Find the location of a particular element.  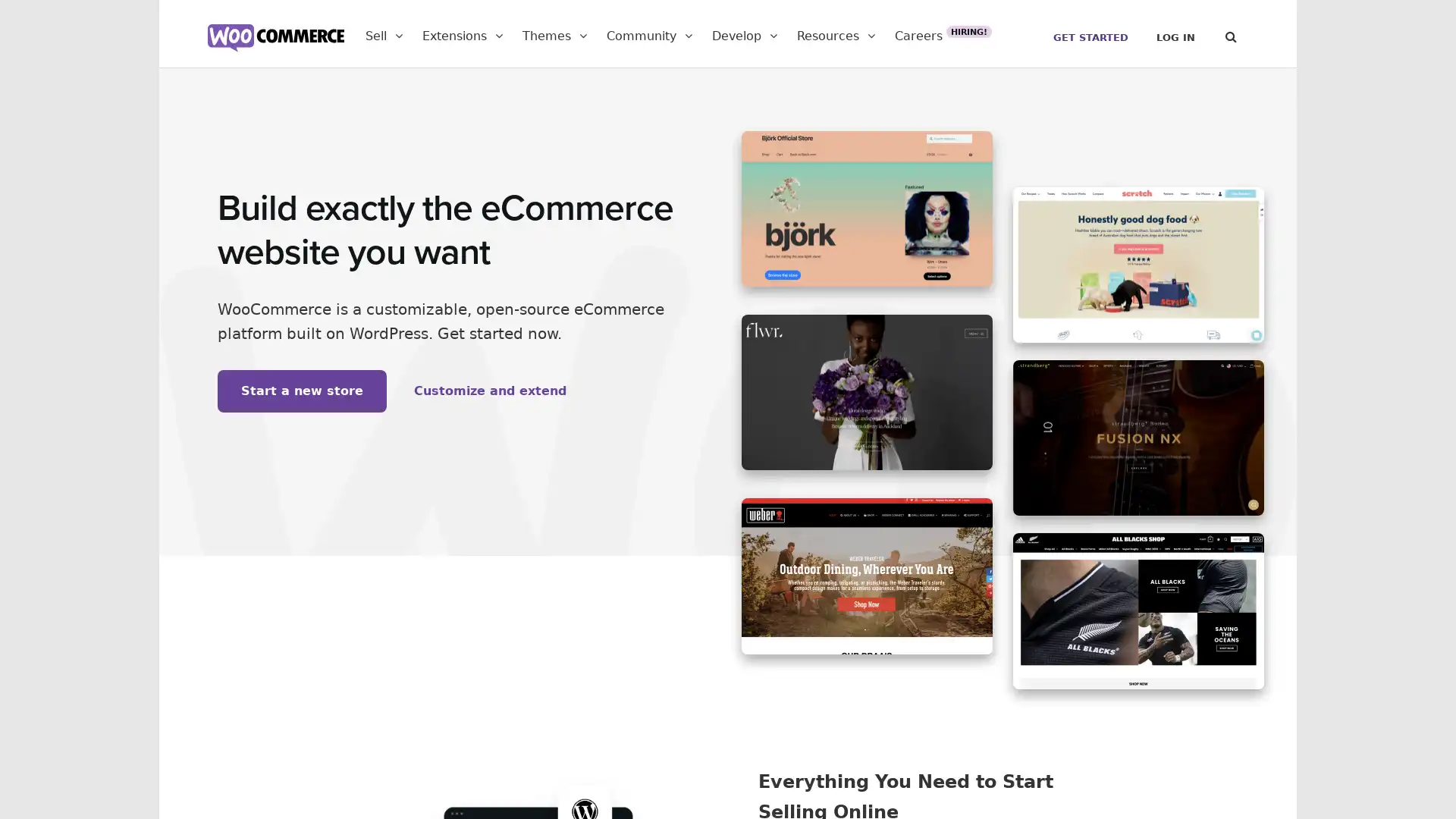

Search is located at coordinates (1231, 36).